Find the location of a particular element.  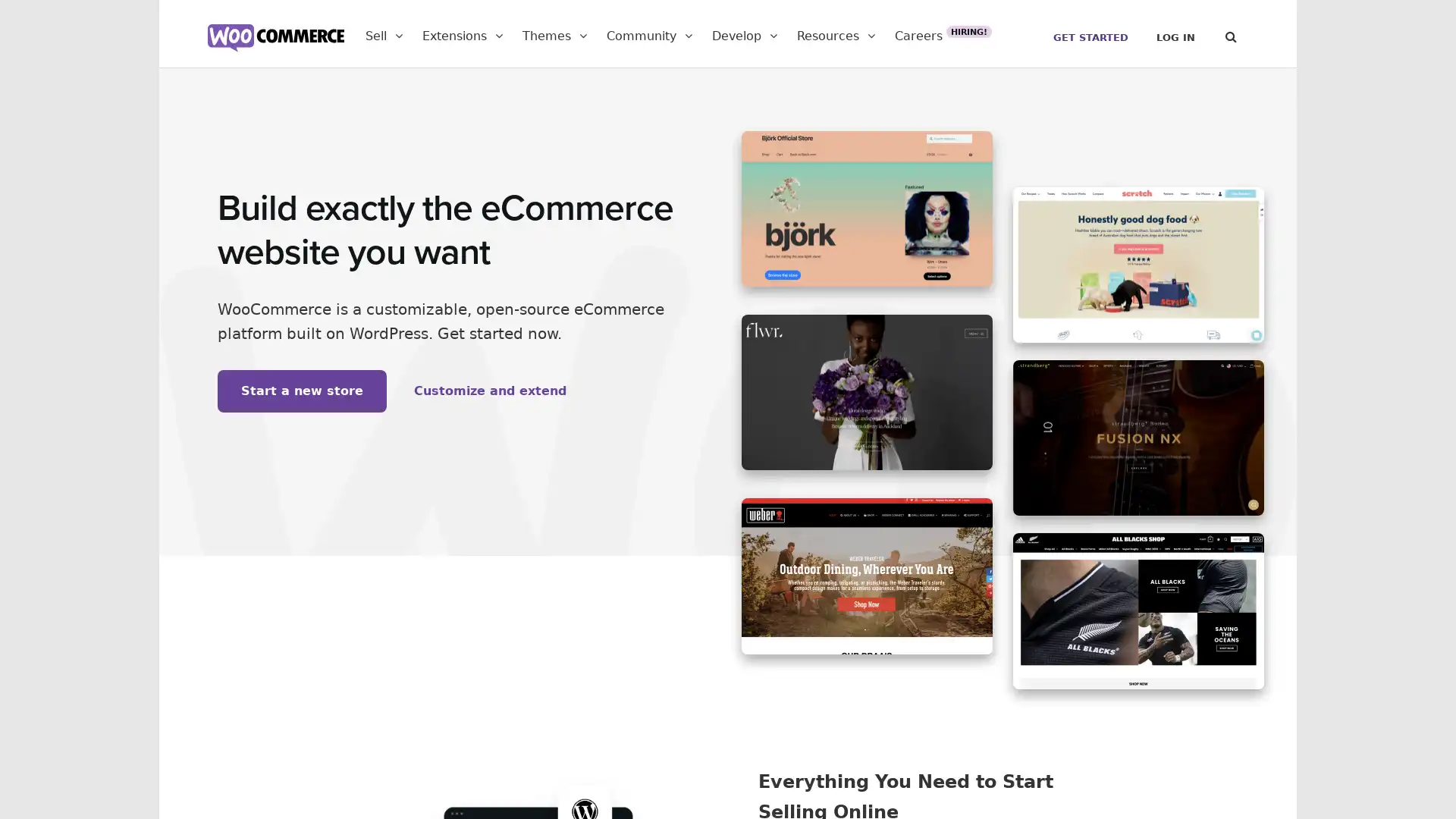

Search is located at coordinates (1231, 36).